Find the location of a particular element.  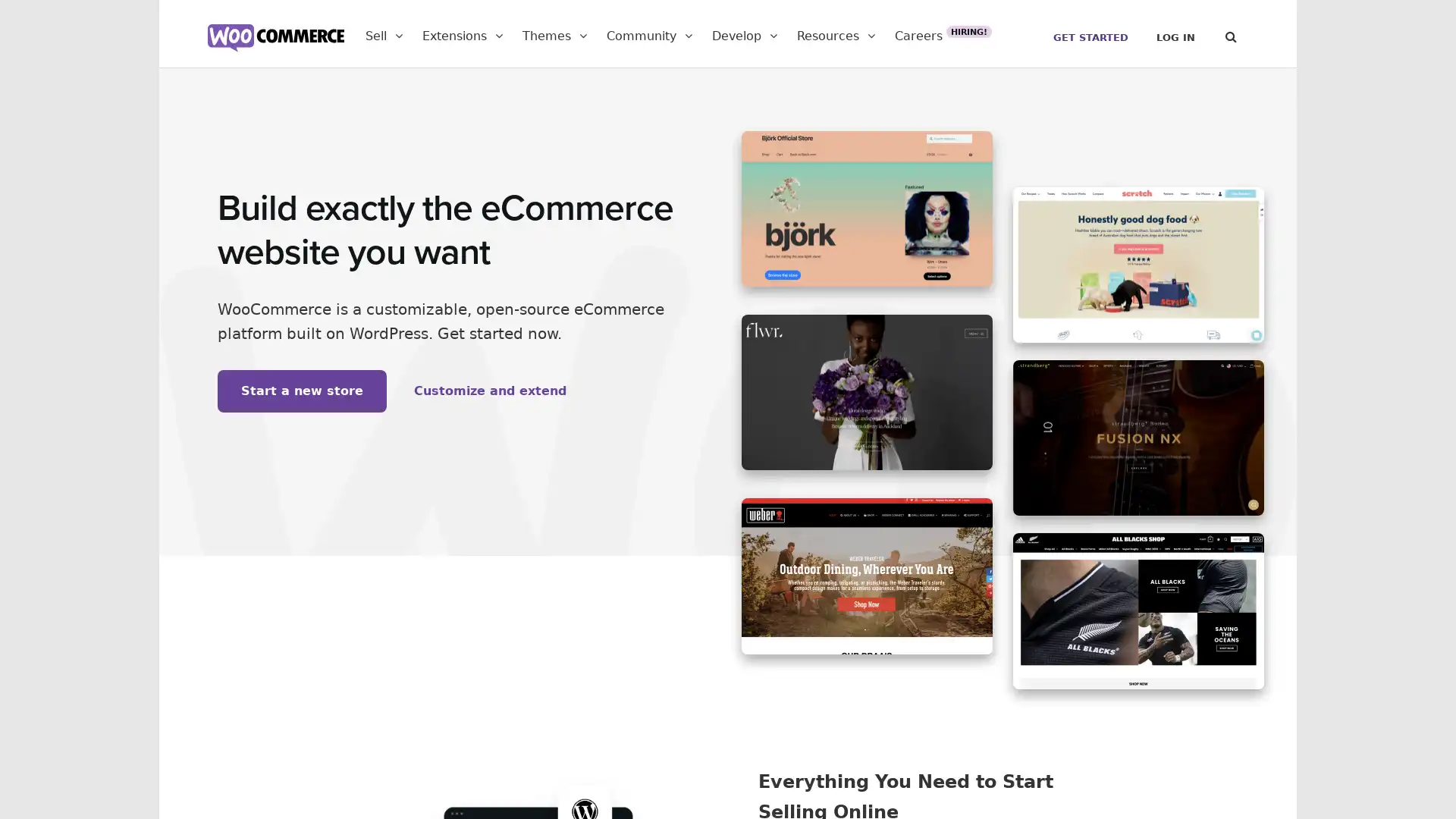

Search is located at coordinates (1231, 36).